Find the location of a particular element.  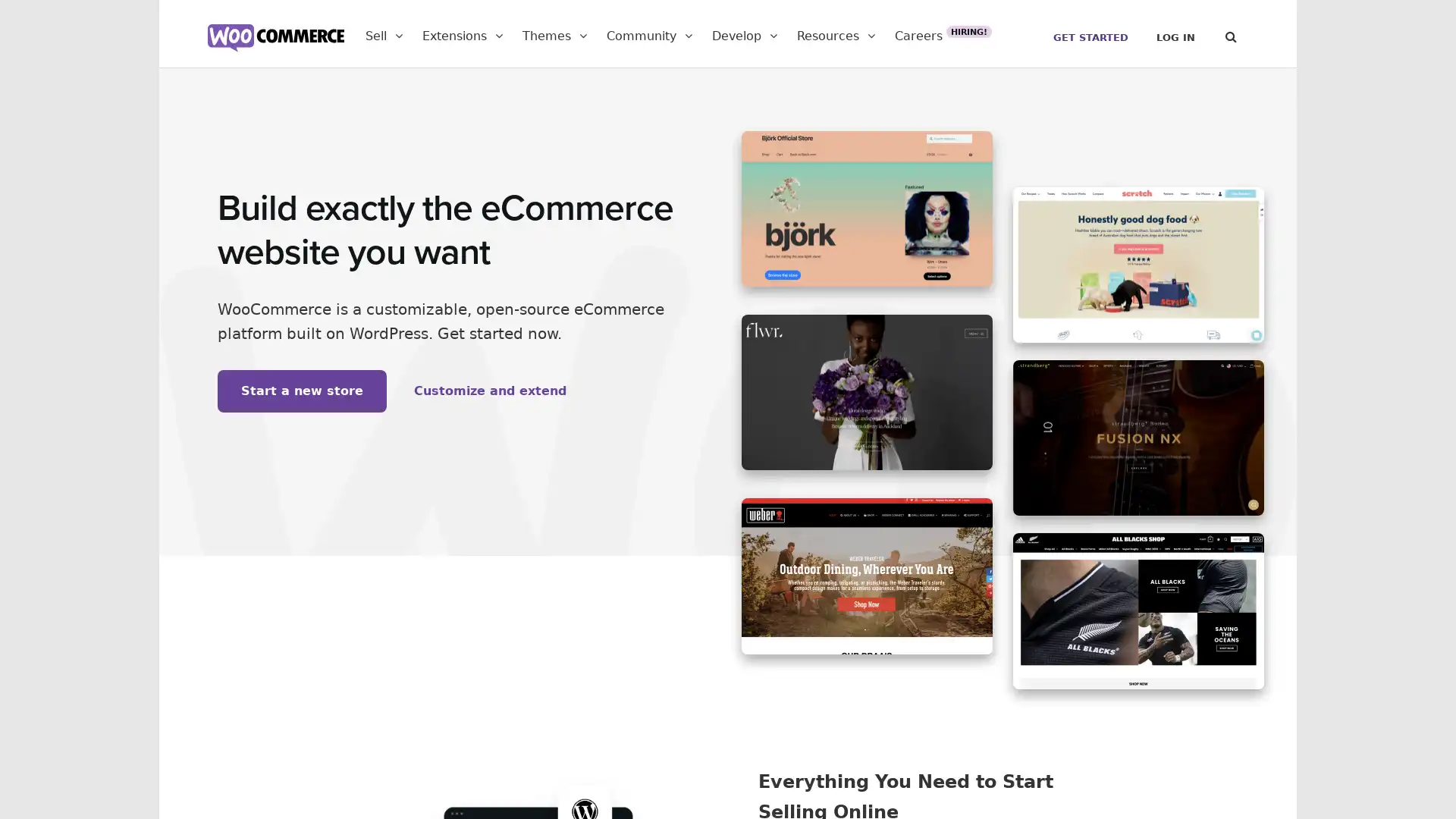

Search is located at coordinates (1231, 36).